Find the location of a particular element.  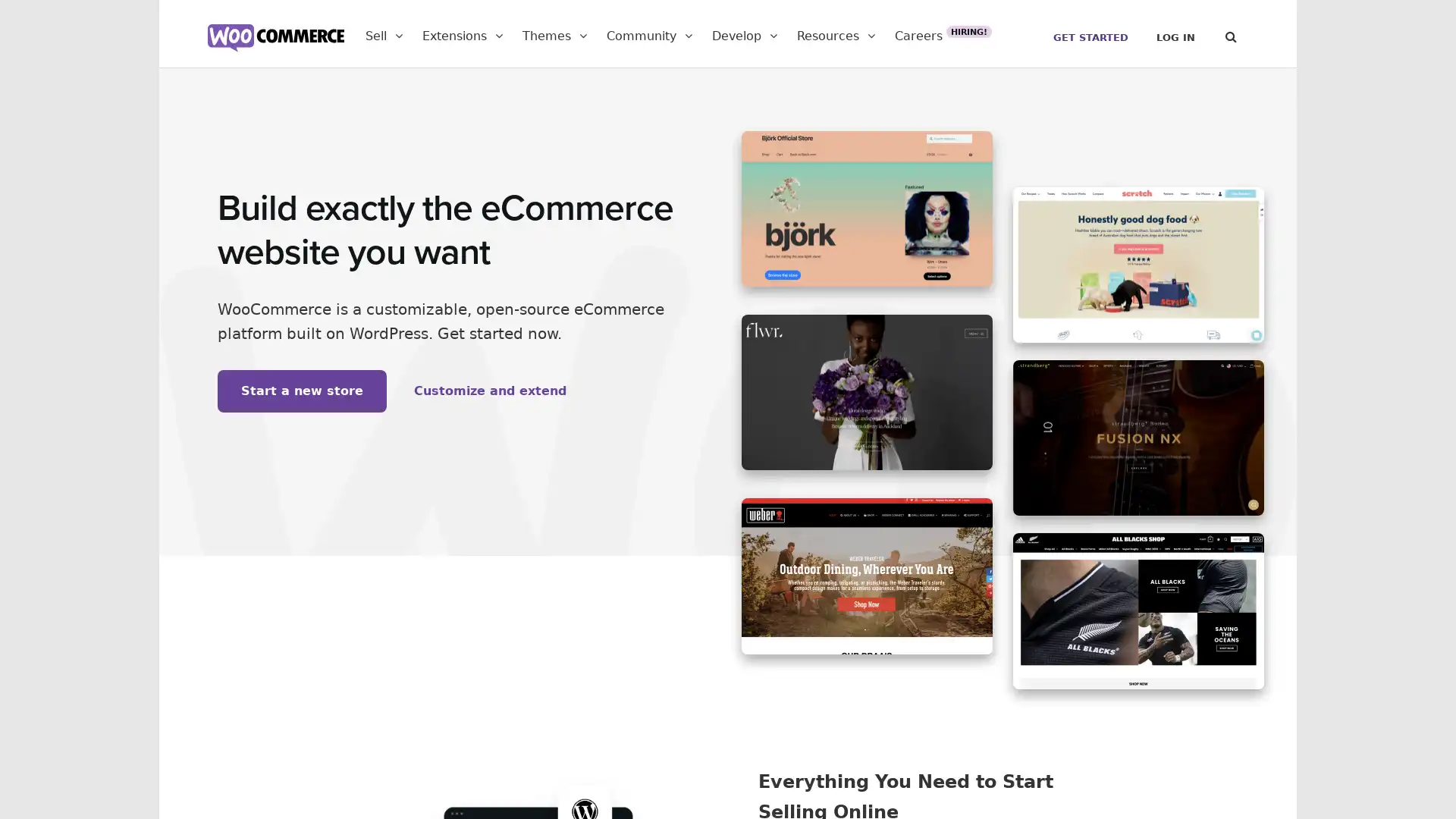

Search is located at coordinates (1231, 36).